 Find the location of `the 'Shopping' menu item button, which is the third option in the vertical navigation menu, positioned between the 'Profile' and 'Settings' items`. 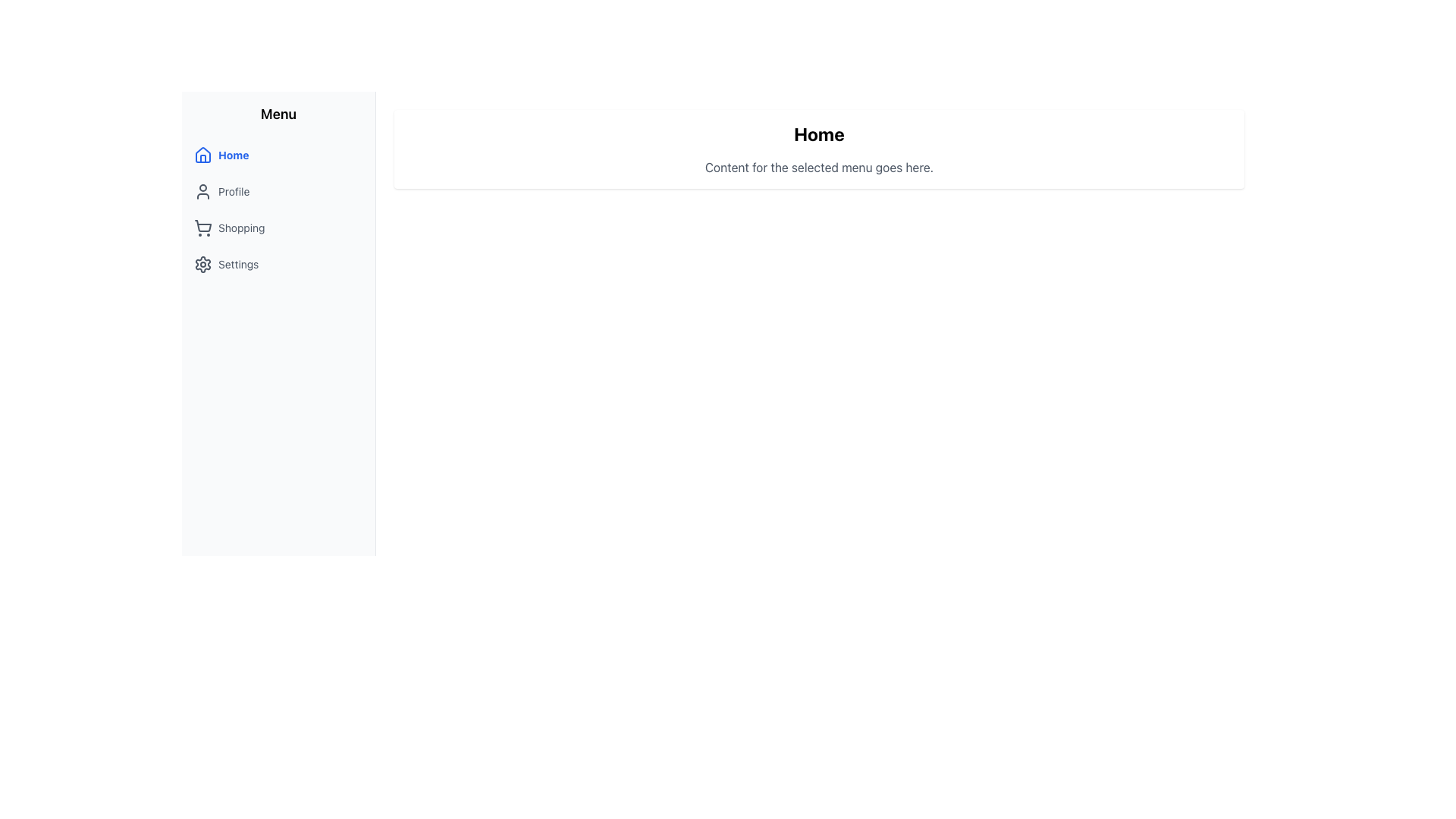

the 'Shopping' menu item button, which is the third option in the vertical navigation menu, positioned between the 'Profile' and 'Settings' items is located at coordinates (278, 227).